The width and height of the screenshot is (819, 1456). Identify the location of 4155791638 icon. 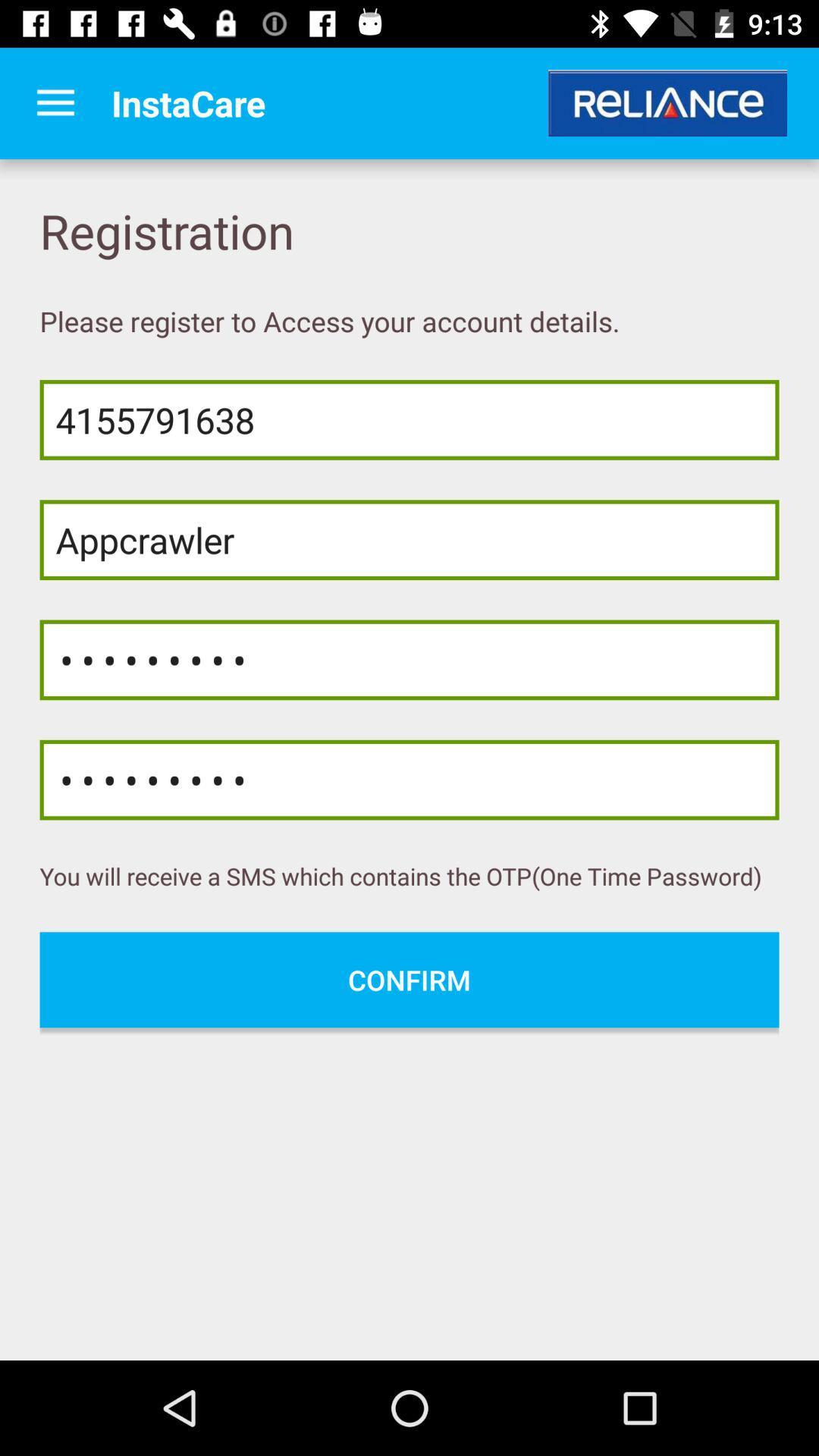
(409, 419).